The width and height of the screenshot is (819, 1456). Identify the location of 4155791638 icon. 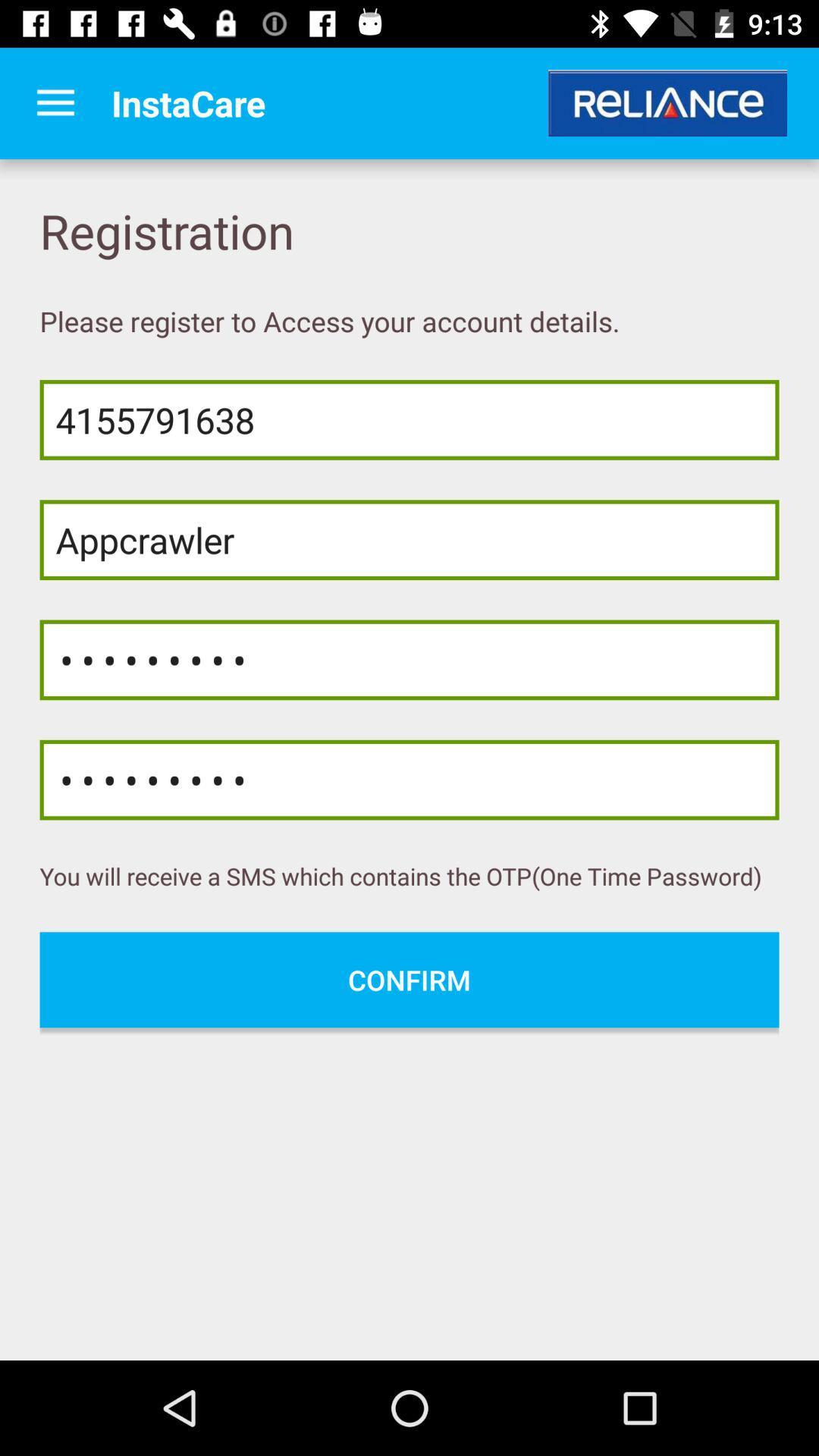
(409, 419).